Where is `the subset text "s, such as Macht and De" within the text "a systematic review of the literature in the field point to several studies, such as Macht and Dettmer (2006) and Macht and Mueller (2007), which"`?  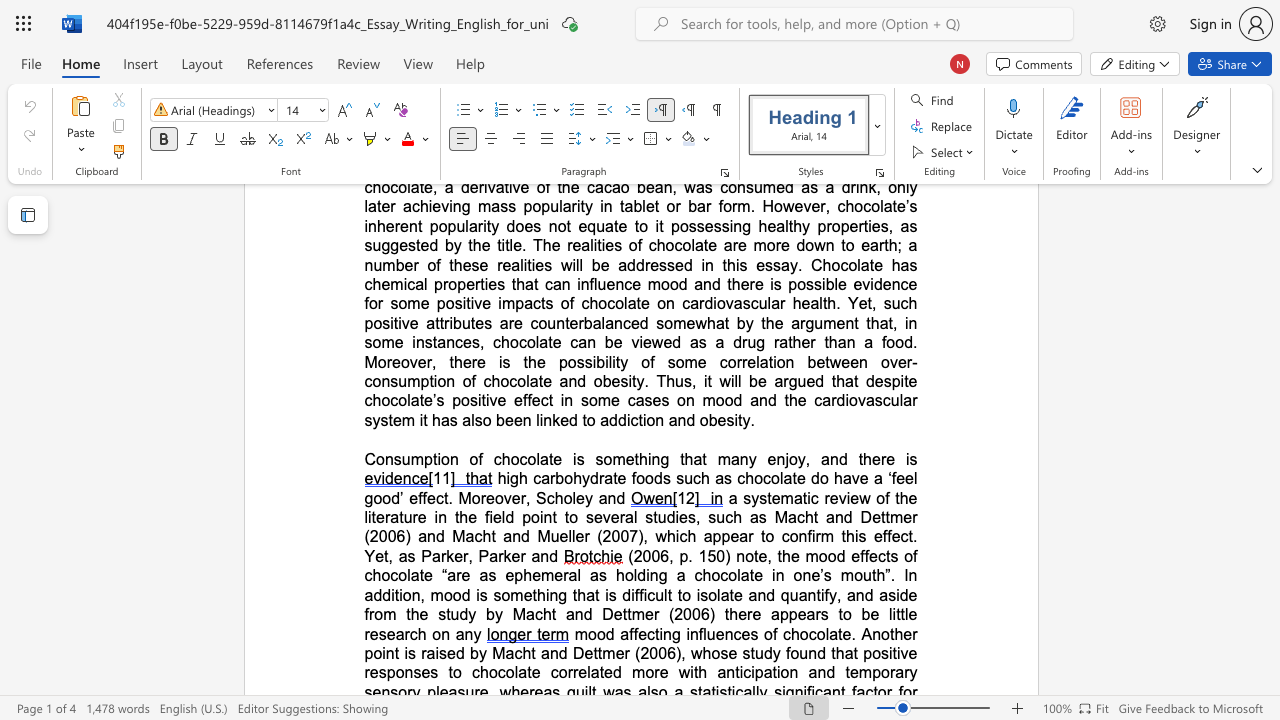 the subset text "s, such as Macht and De" within the text "a systematic review of the literature in the field point to several studies, such as Macht and Dettmer (2006) and Macht and Mueller (2007), which" is located at coordinates (688, 516).